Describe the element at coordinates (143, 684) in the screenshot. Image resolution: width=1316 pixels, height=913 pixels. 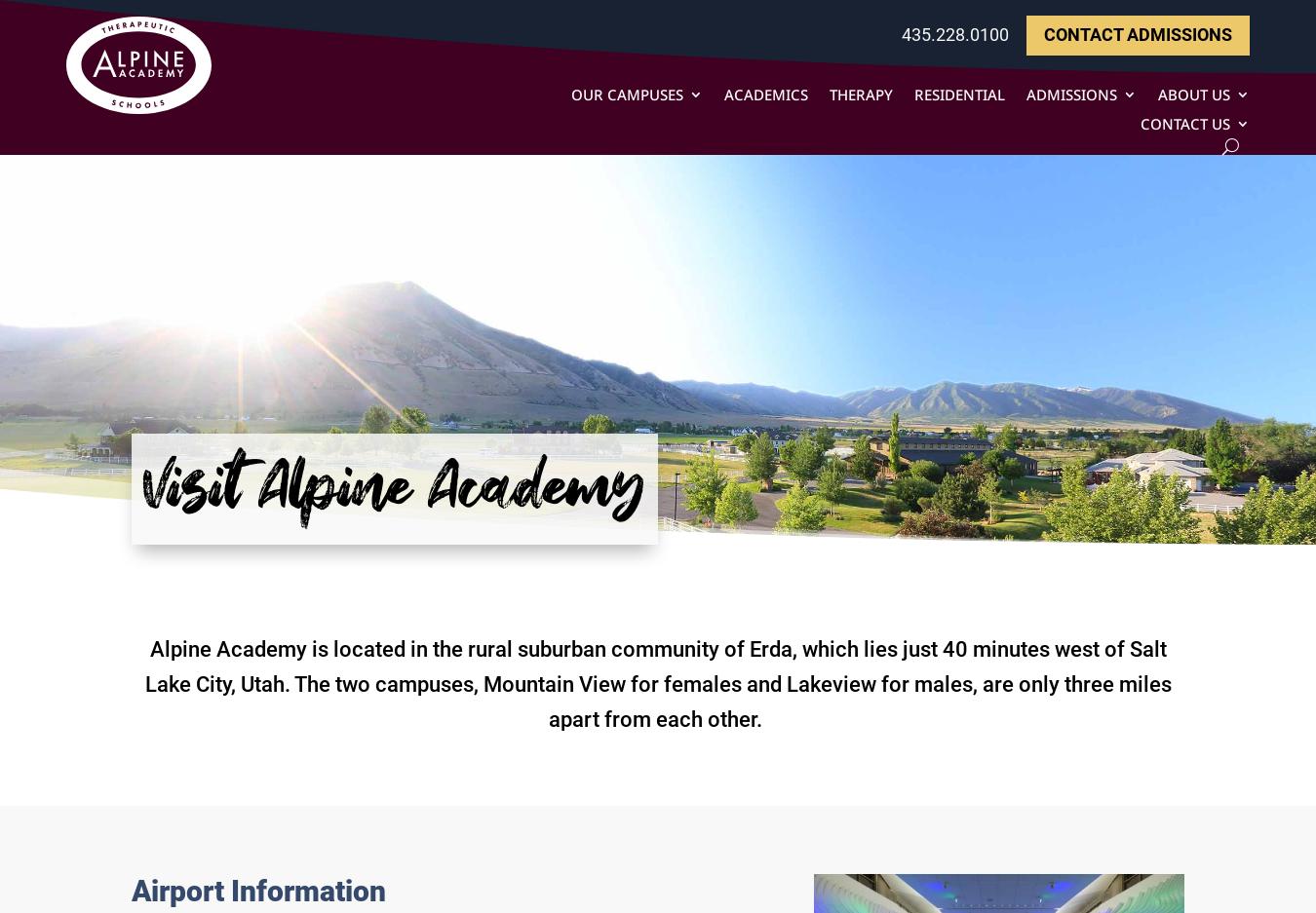
I see `'Alpine Academy is located in the rural suburban community of Erda, which lies just 40 minutes west of Salt Lake City, Utah. The two campuses, Mountain View for females and Lakeview for males, are only three miles apart from each other.'` at that location.